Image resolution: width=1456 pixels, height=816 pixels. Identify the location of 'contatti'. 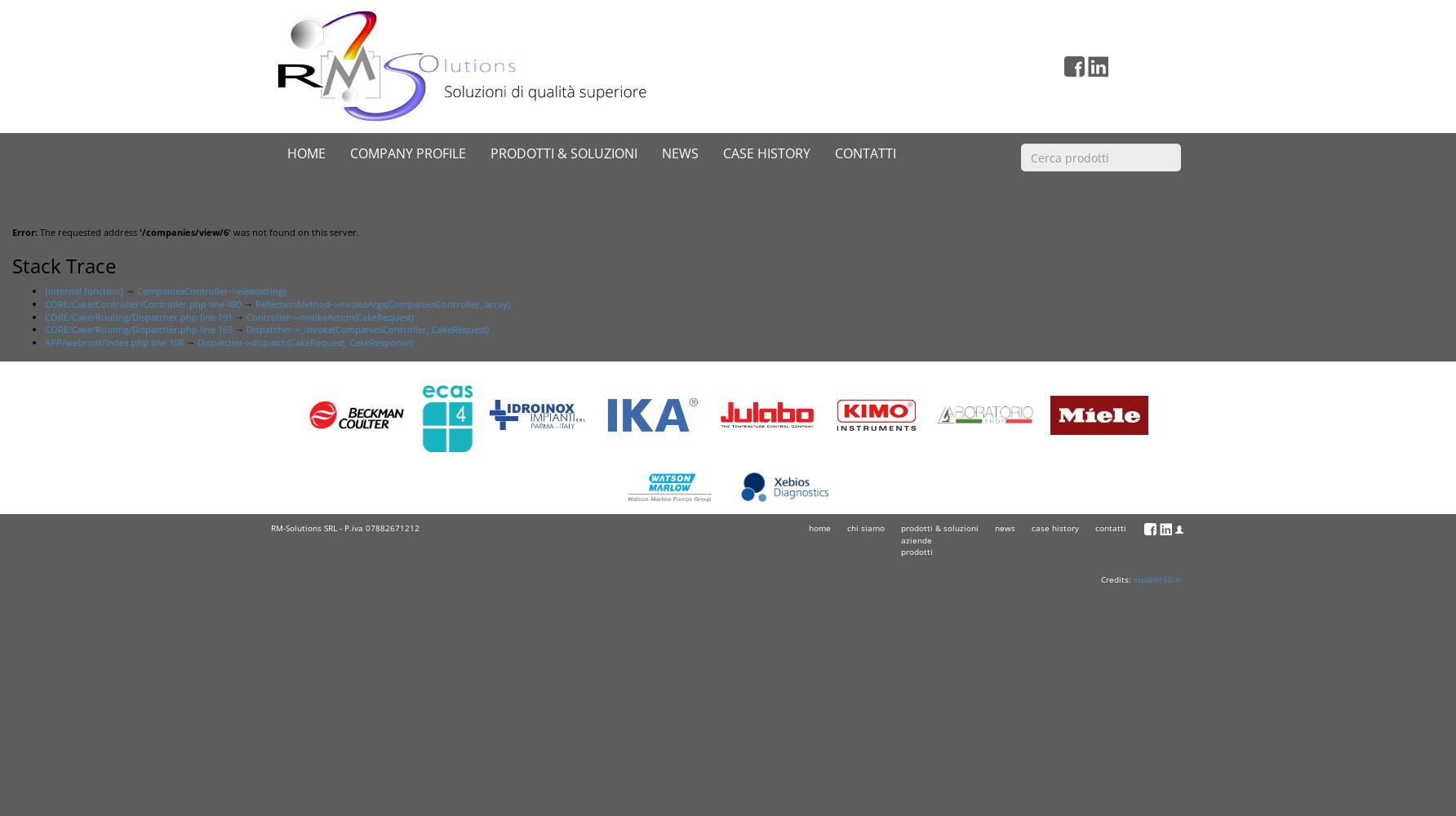
(1111, 528).